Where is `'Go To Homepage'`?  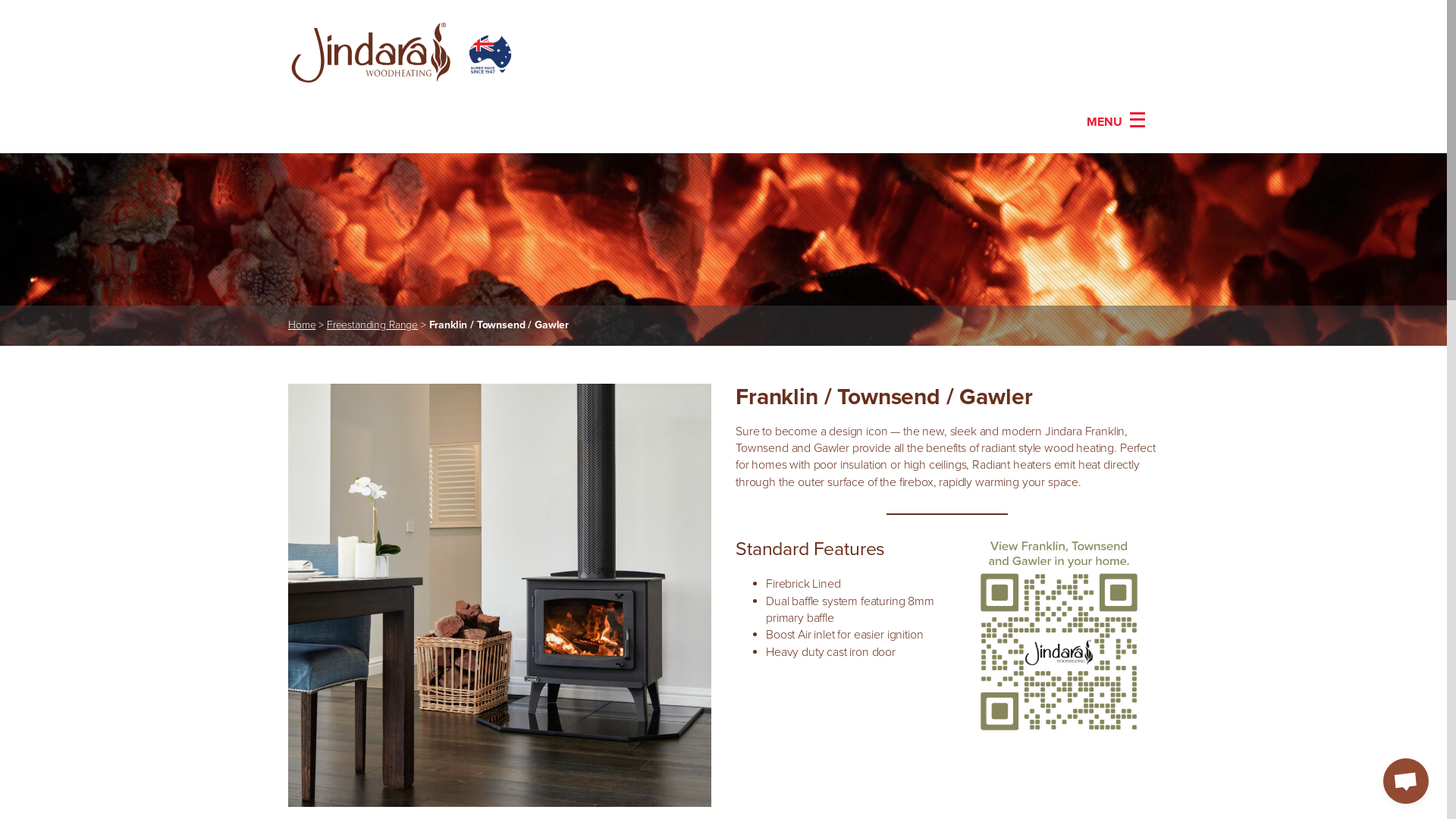 'Go To Homepage' is located at coordinates (401, 55).